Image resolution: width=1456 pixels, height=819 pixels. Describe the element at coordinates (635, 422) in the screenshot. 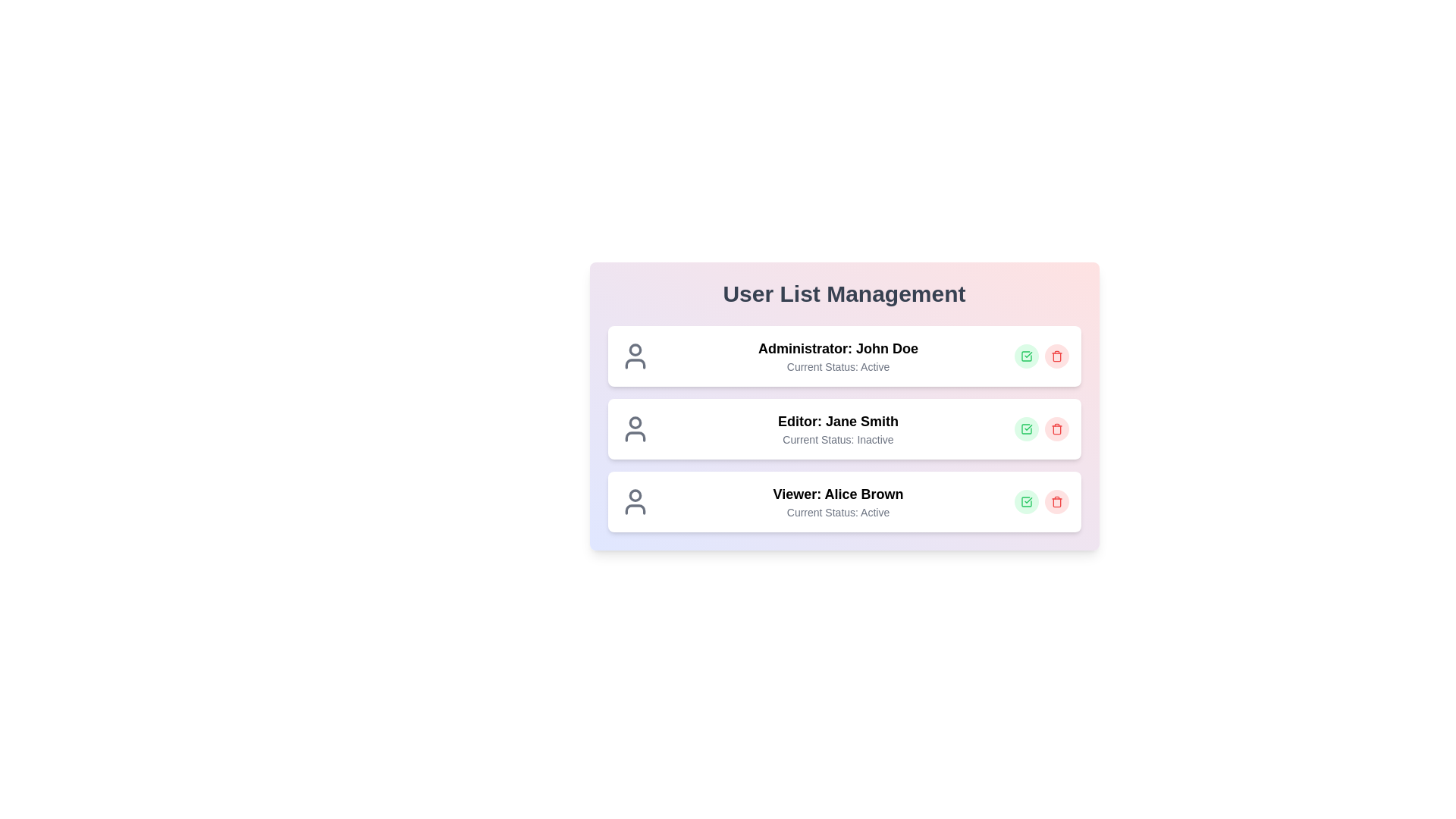

I see `the circular SVG element representing a user's profile picture, which is part of a user management interface and located in the second row of a vertical list` at that location.